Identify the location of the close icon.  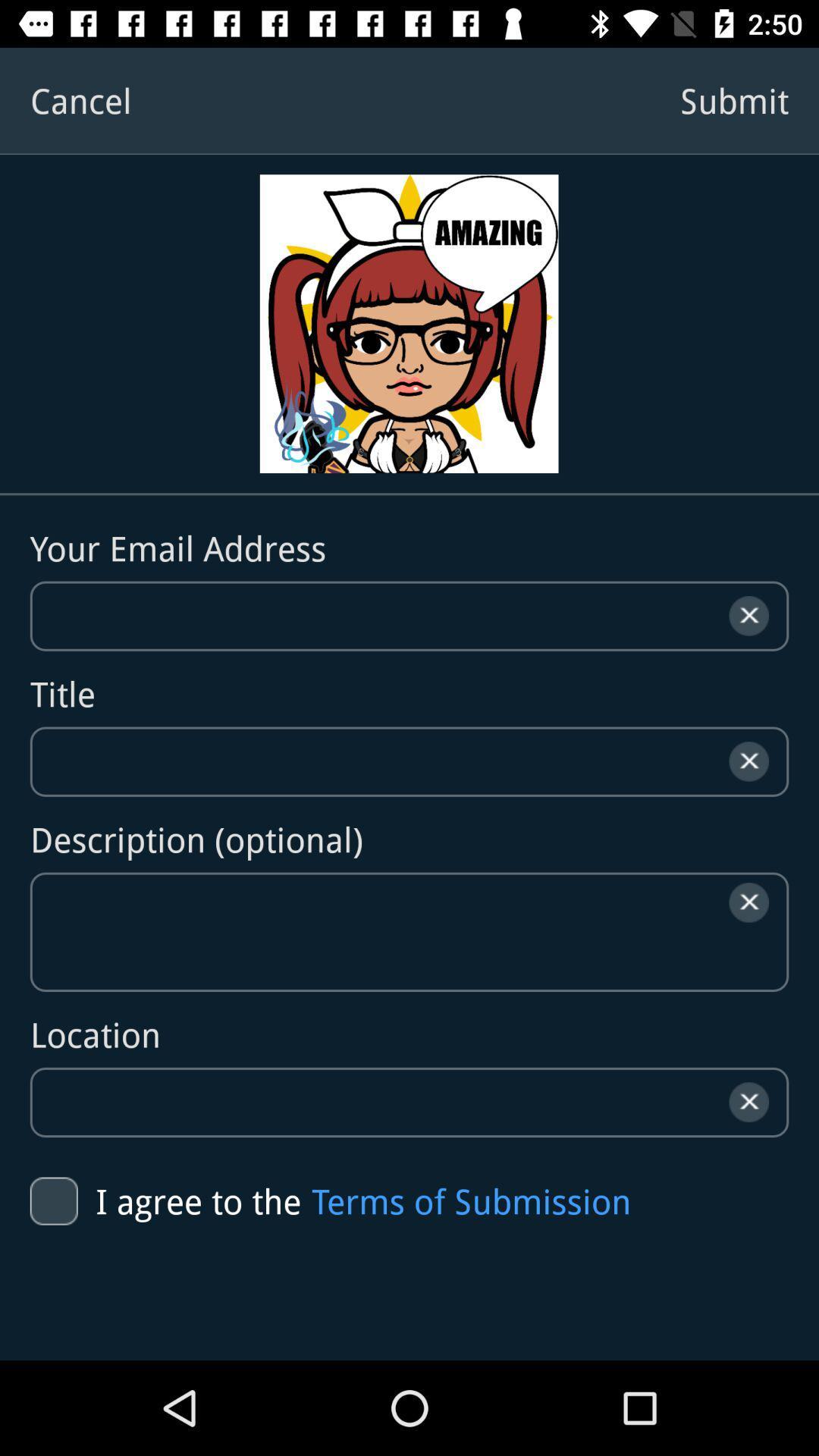
(748, 616).